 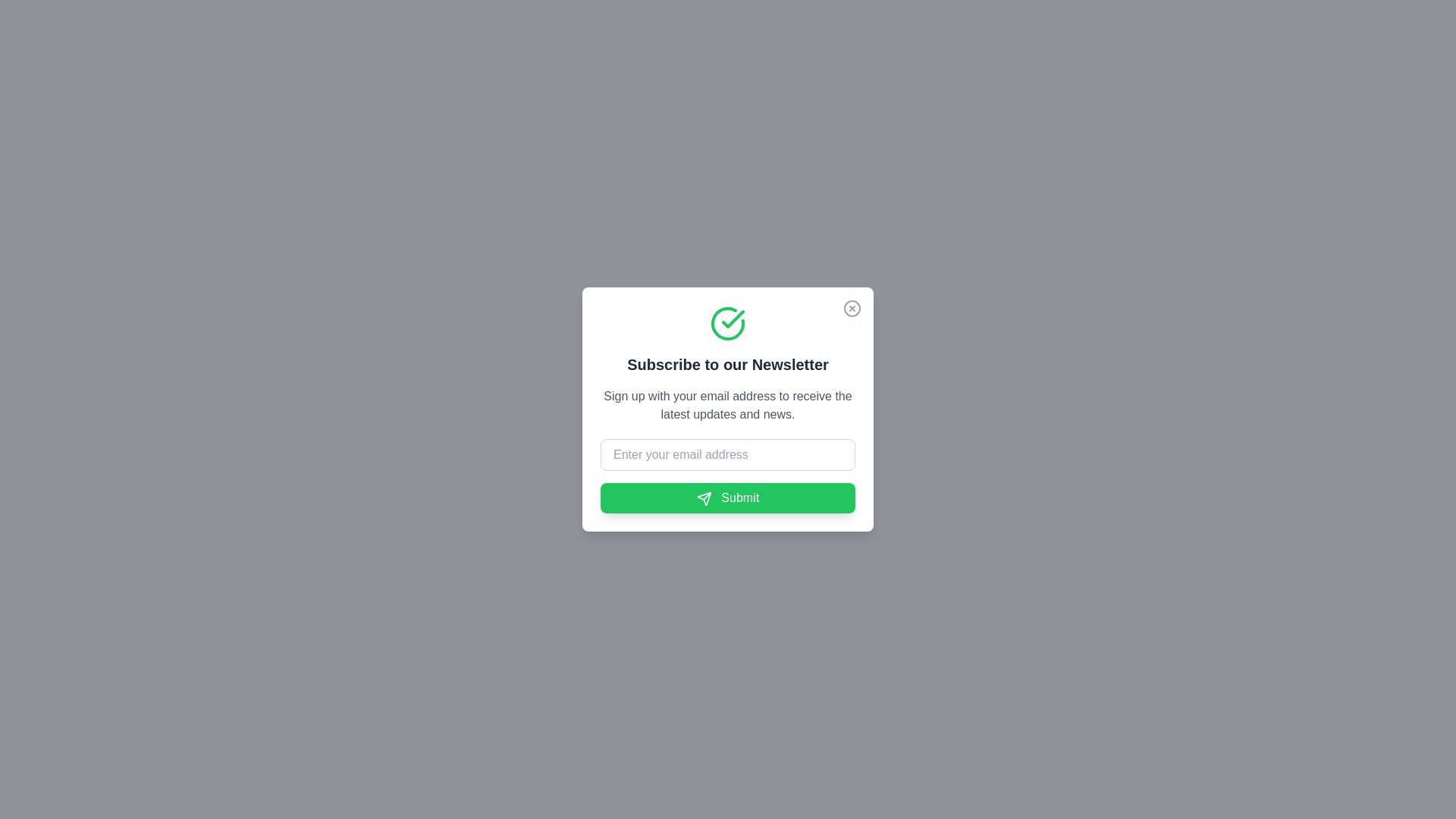 I want to click on the 'Submit' button to send the newsletter signup form, so click(x=728, y=497).